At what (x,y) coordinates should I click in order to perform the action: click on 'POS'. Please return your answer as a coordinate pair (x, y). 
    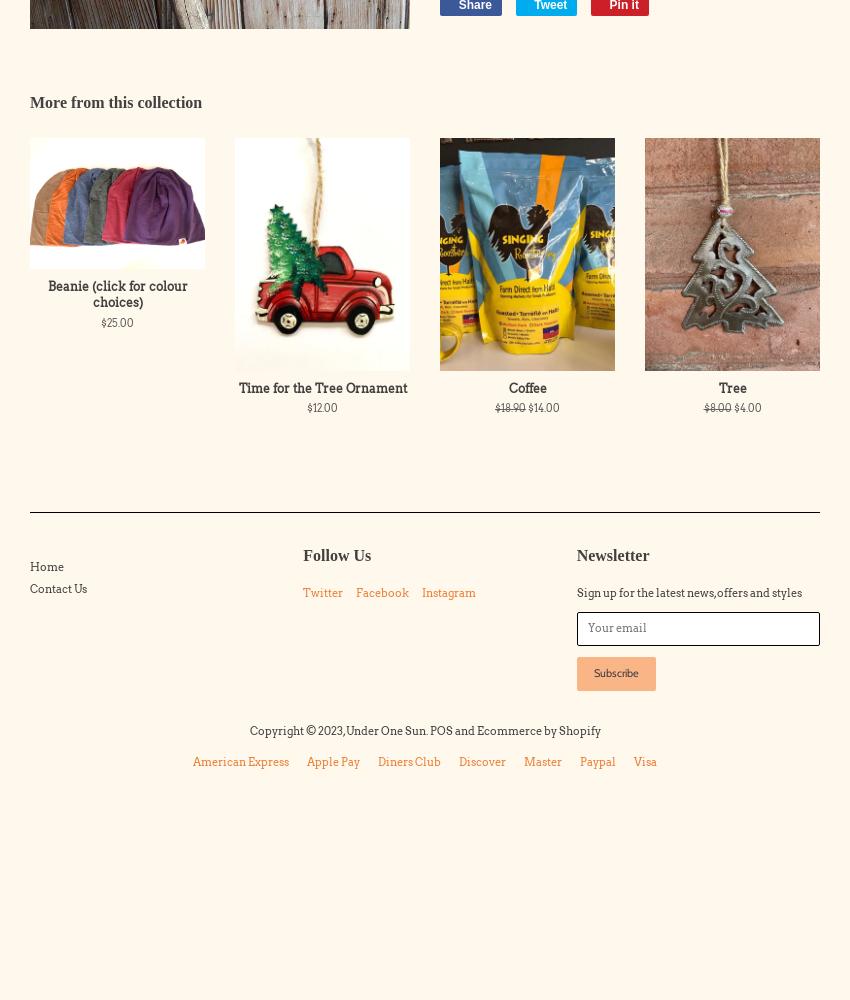
    Looking at the image, I should click on (427, 729).